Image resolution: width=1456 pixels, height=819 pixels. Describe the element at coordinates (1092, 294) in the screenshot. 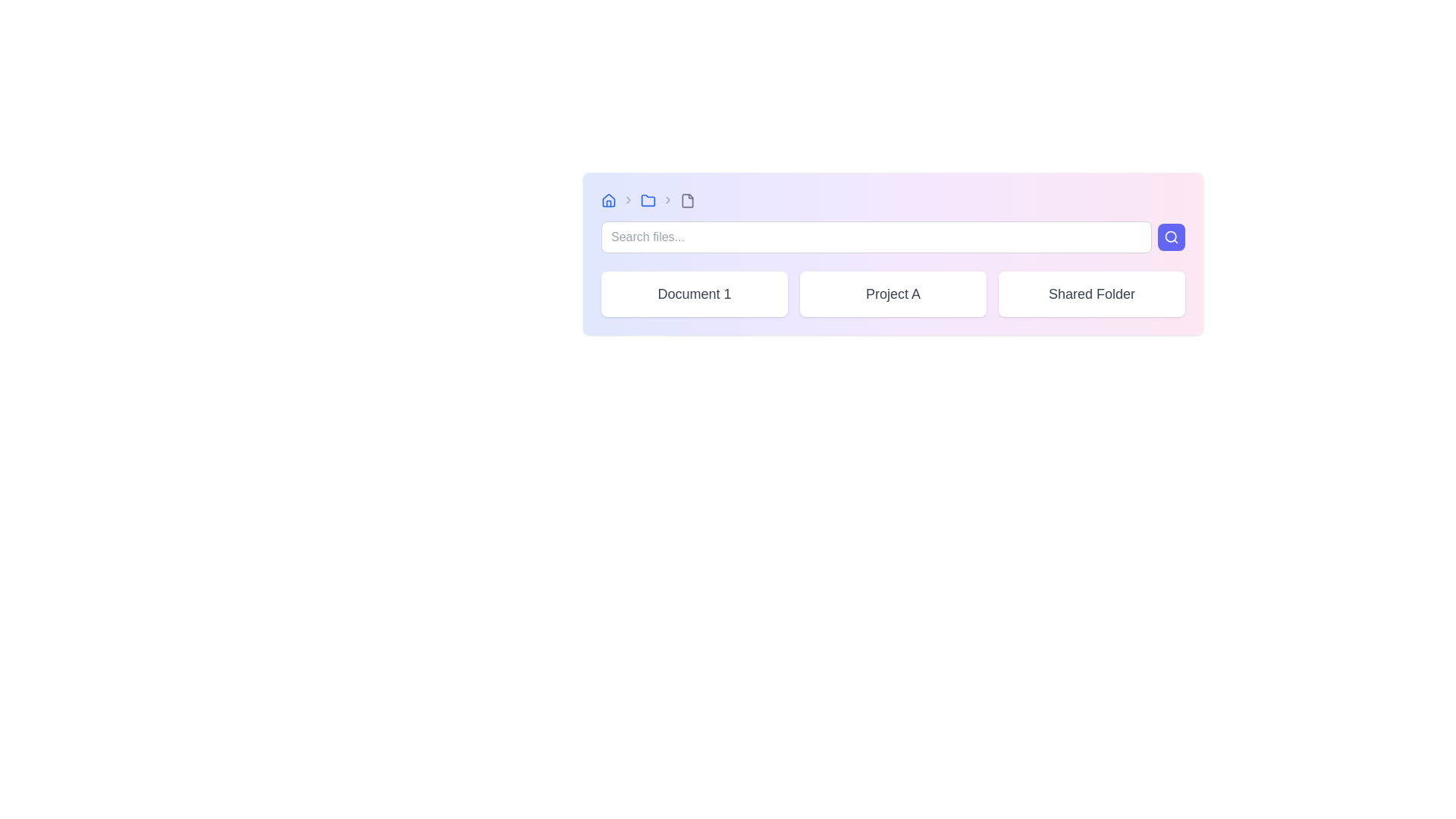

I see `the text label indicating the name of a folder, which is located to the right of 'Project A' in the far-right section of the row of clickable options` at that location.